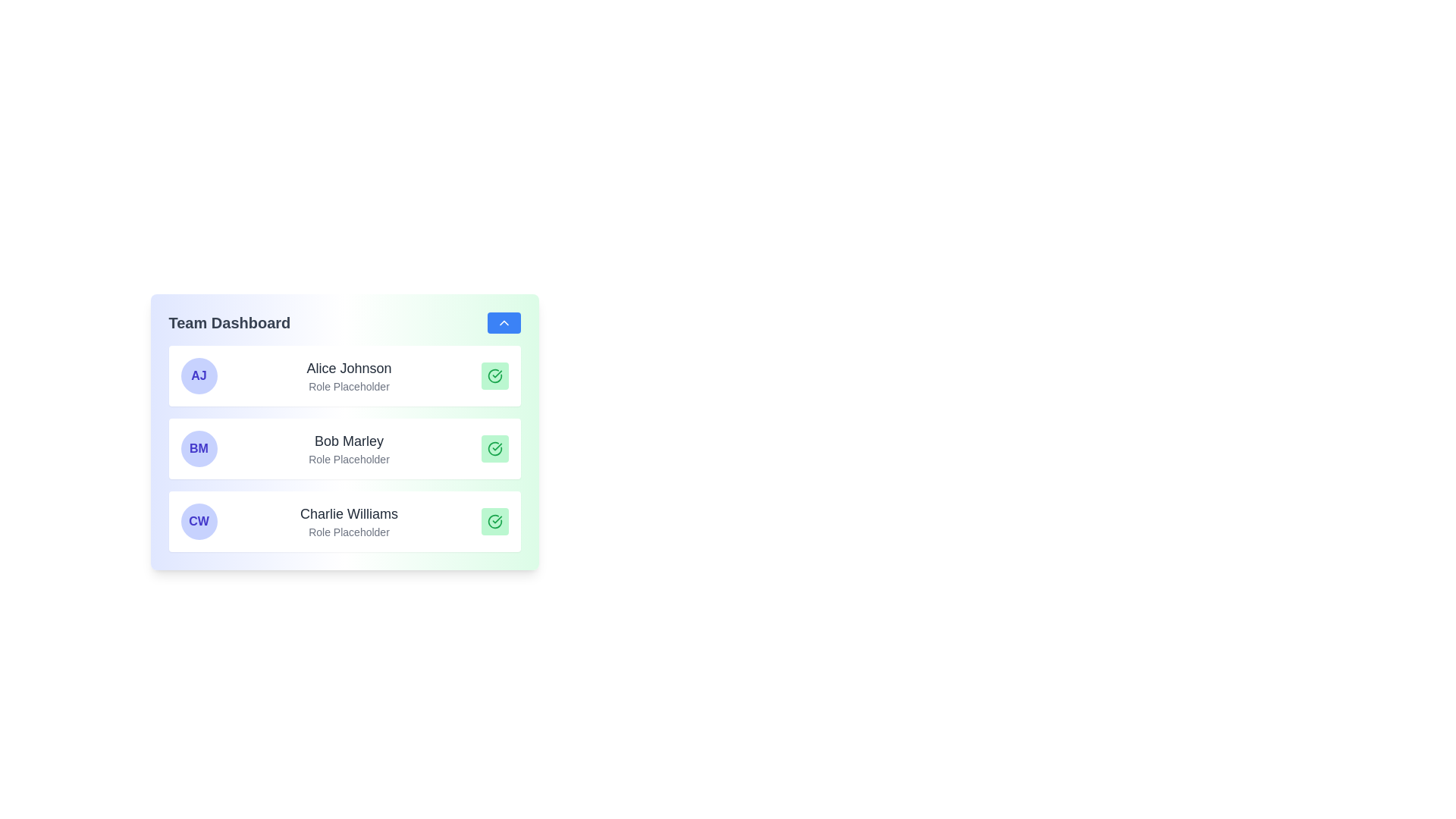 The height and width of the screenshot is (819, 1456). What do you see at coordinates (494, 375) in the screenshot?
I see `the small green interactive badge with a checkmark symbol located in the top-right corner of the card labeled 'Alice Johnson' in the 'Team Dashboard' section` at bounding box center [494, 375].